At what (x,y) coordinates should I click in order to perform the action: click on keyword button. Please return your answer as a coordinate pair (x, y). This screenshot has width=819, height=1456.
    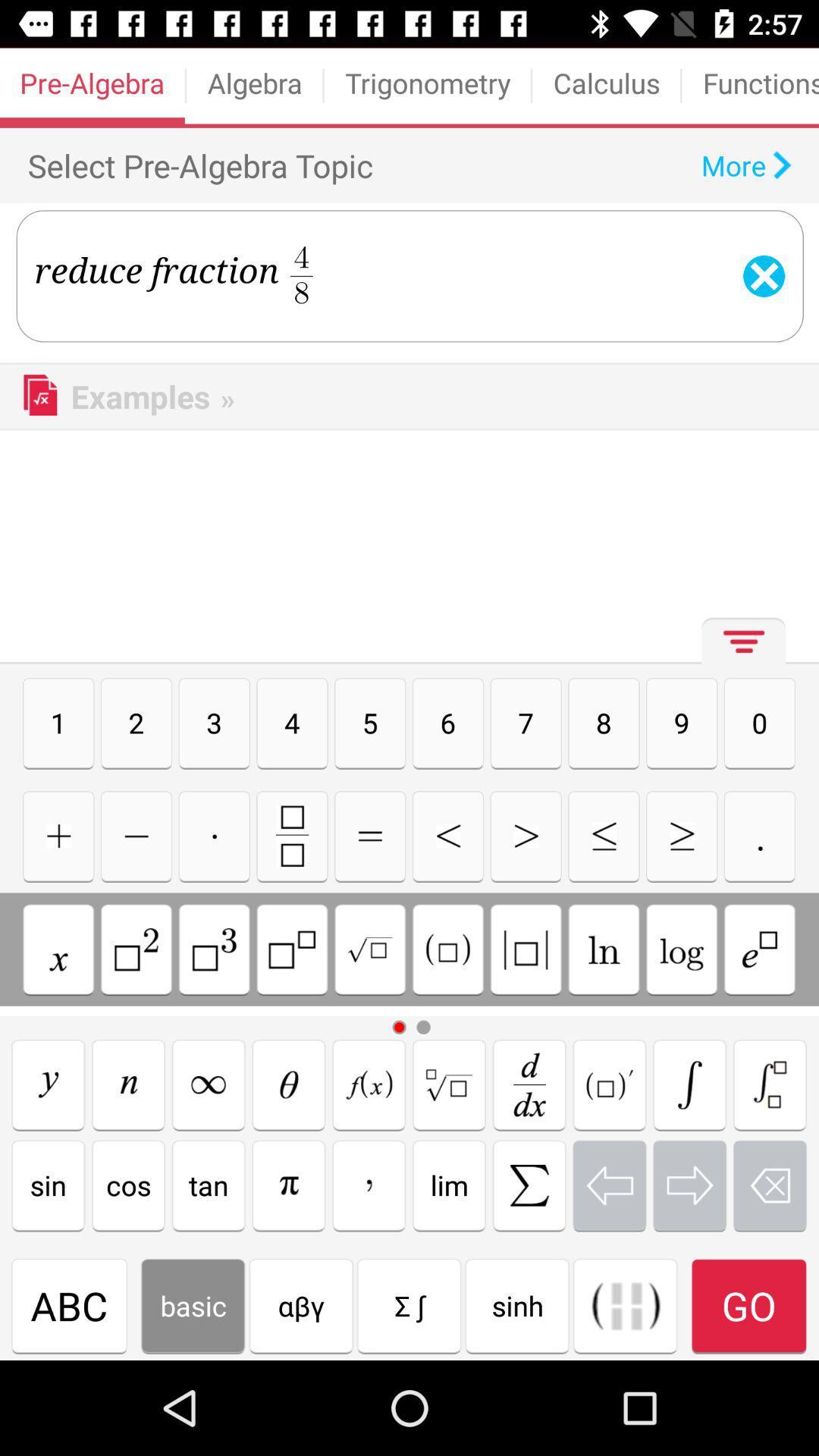
    Looking at the image, I should click on (529, 1185).